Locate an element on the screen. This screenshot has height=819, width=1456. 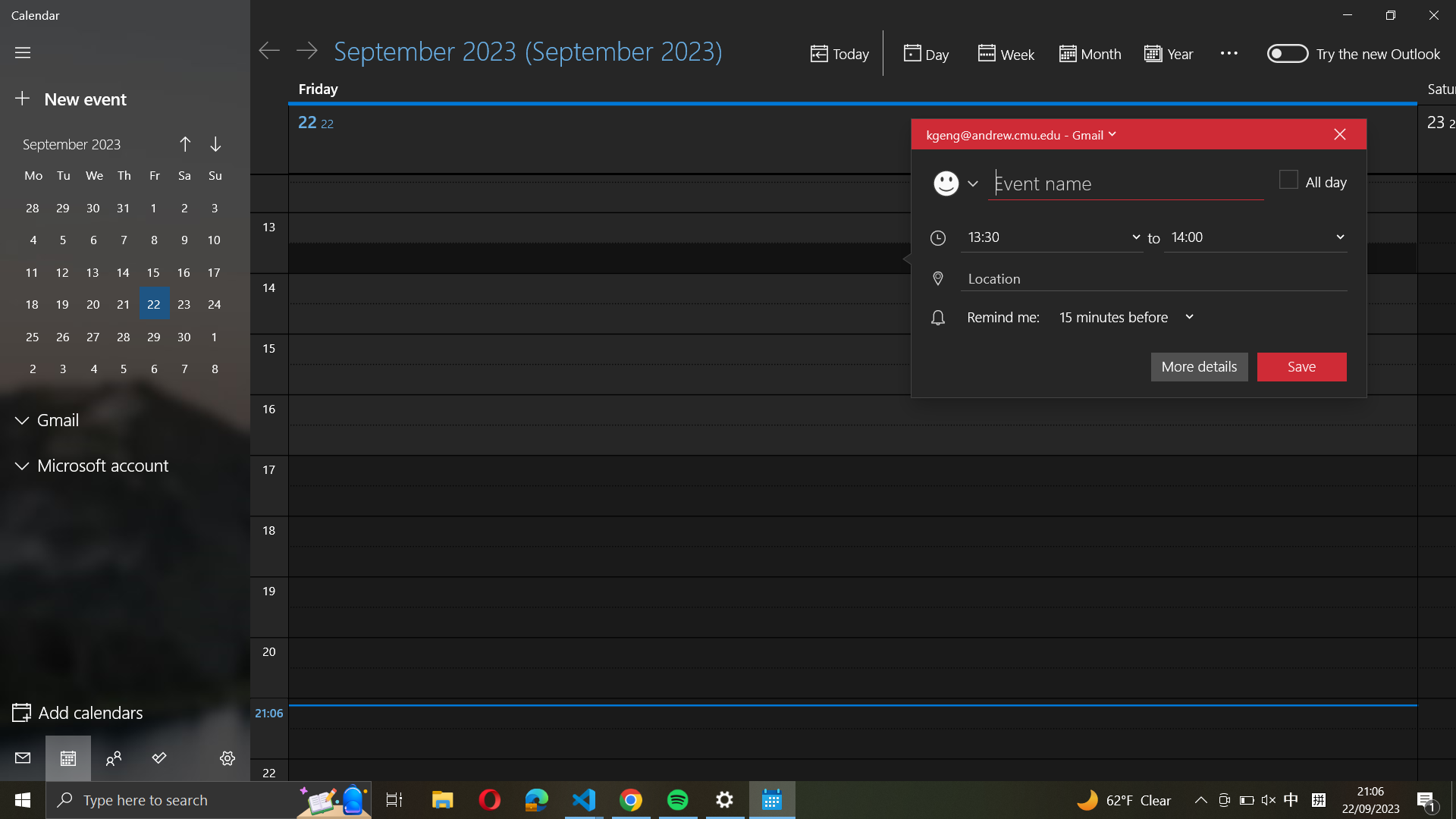
Enter "New York" in the event location field is located at coordinates (1150, 278).